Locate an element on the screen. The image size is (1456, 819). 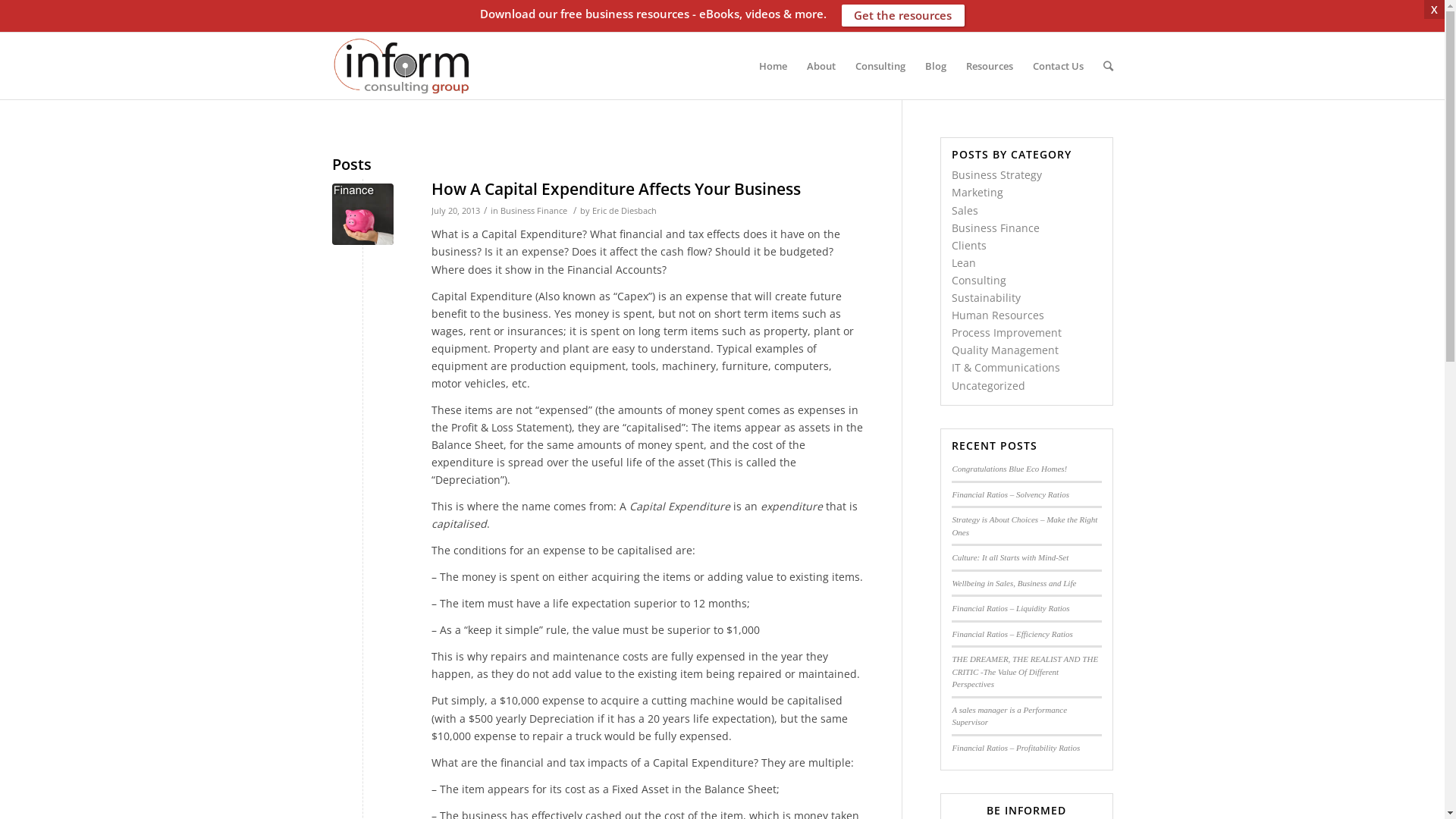
'How A Capital Expenditure Affects Your Business' is located at coordinates (362, 214).